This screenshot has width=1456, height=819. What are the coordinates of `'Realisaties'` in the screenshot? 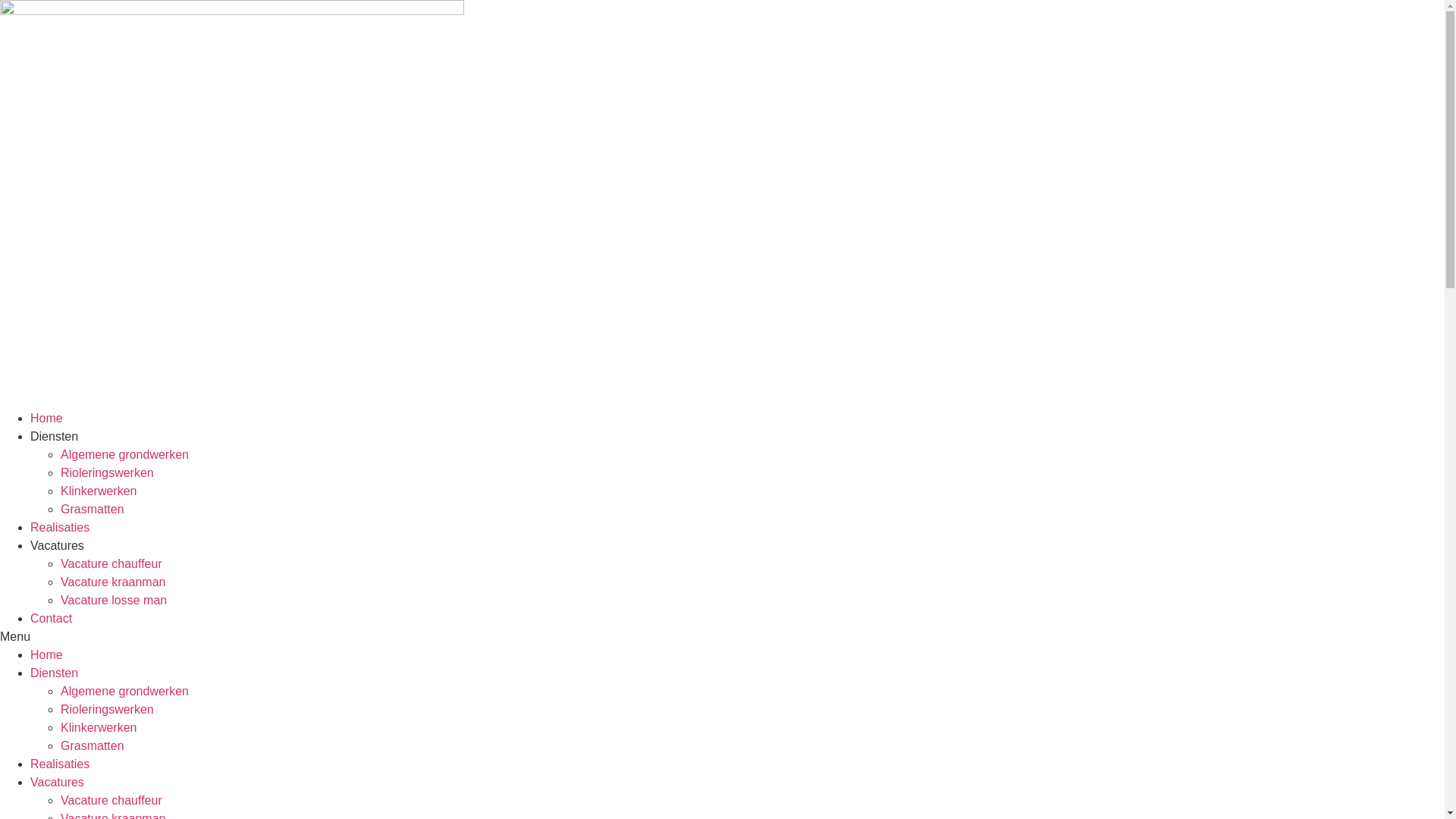 It's located at (59, 764).